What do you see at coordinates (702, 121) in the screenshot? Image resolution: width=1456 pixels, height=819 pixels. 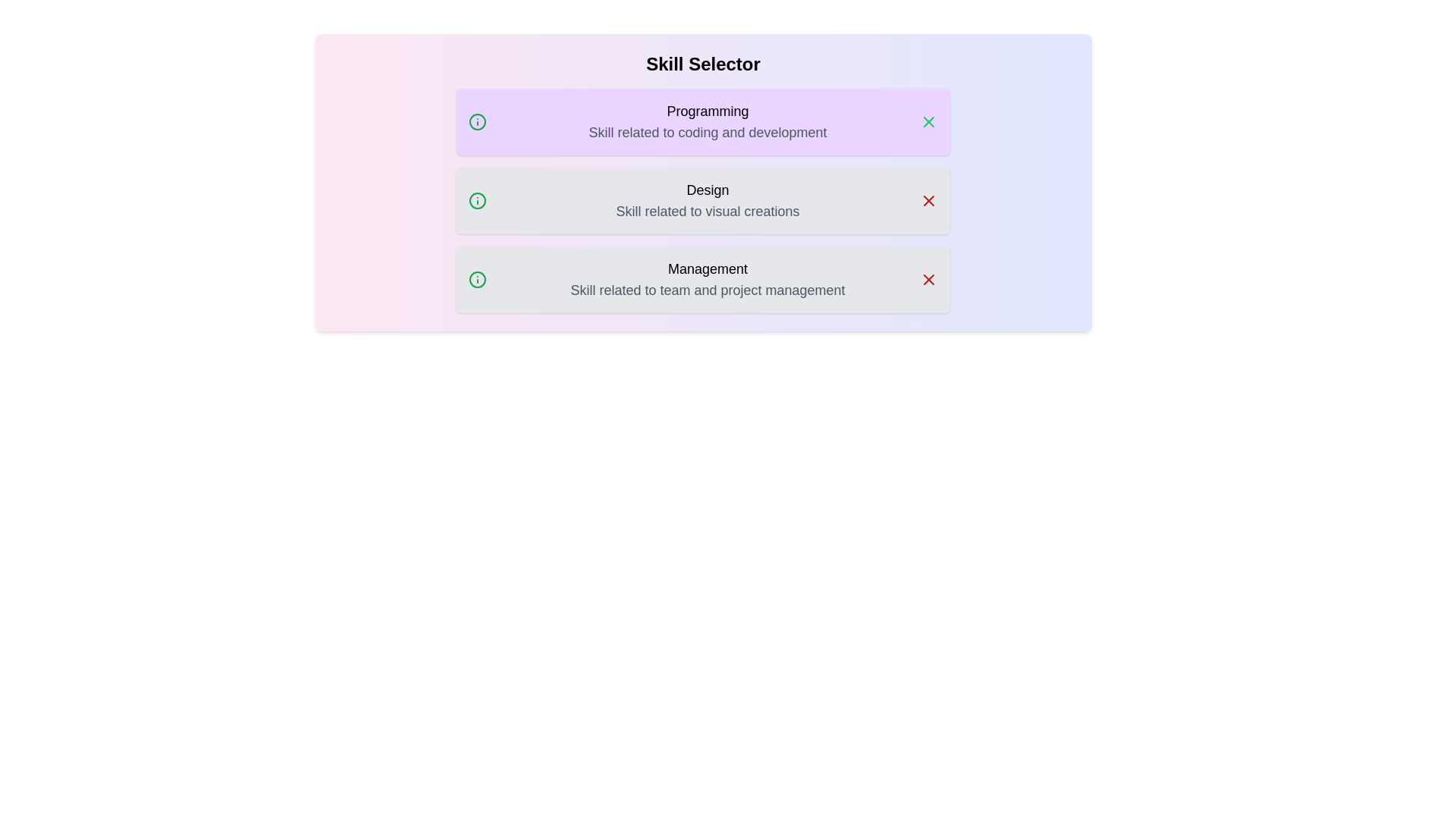 I see `the skill Programming` at bounding box center [702, 121].